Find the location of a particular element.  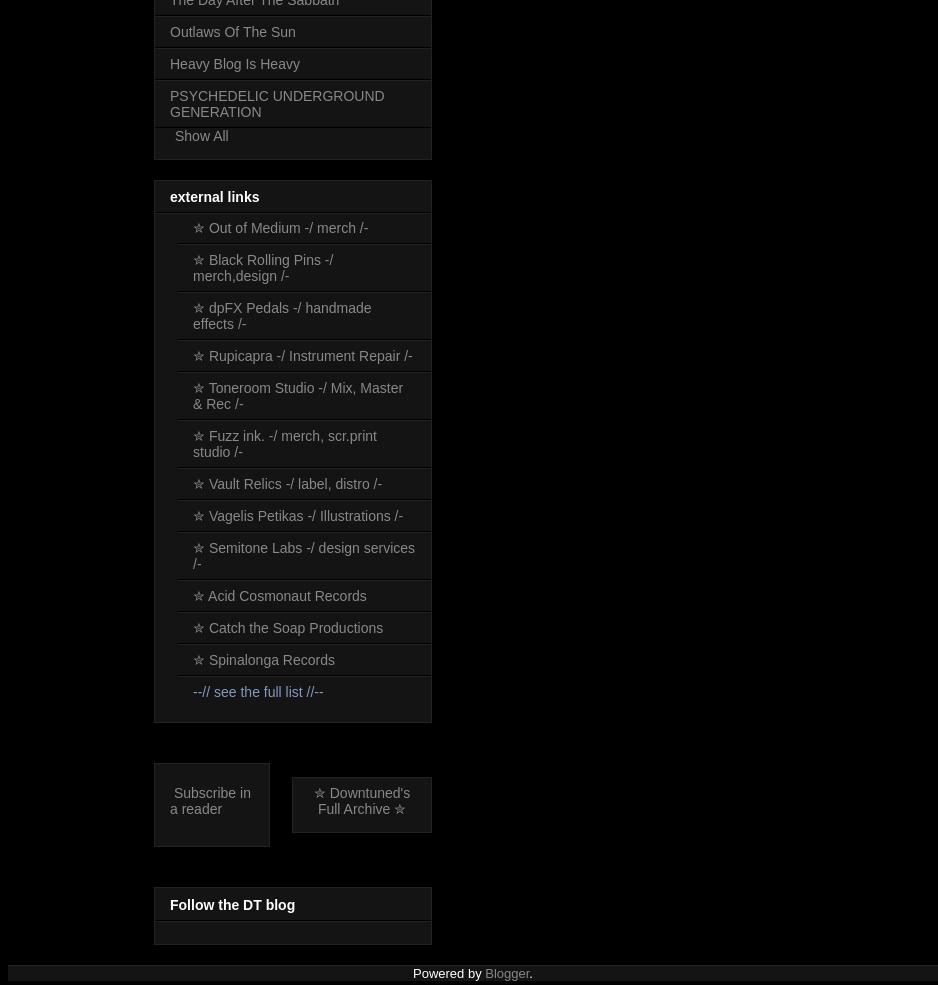

'✮ Black Rolling Pins  -/ merch,design /-' is located at coordinates (262, 267).